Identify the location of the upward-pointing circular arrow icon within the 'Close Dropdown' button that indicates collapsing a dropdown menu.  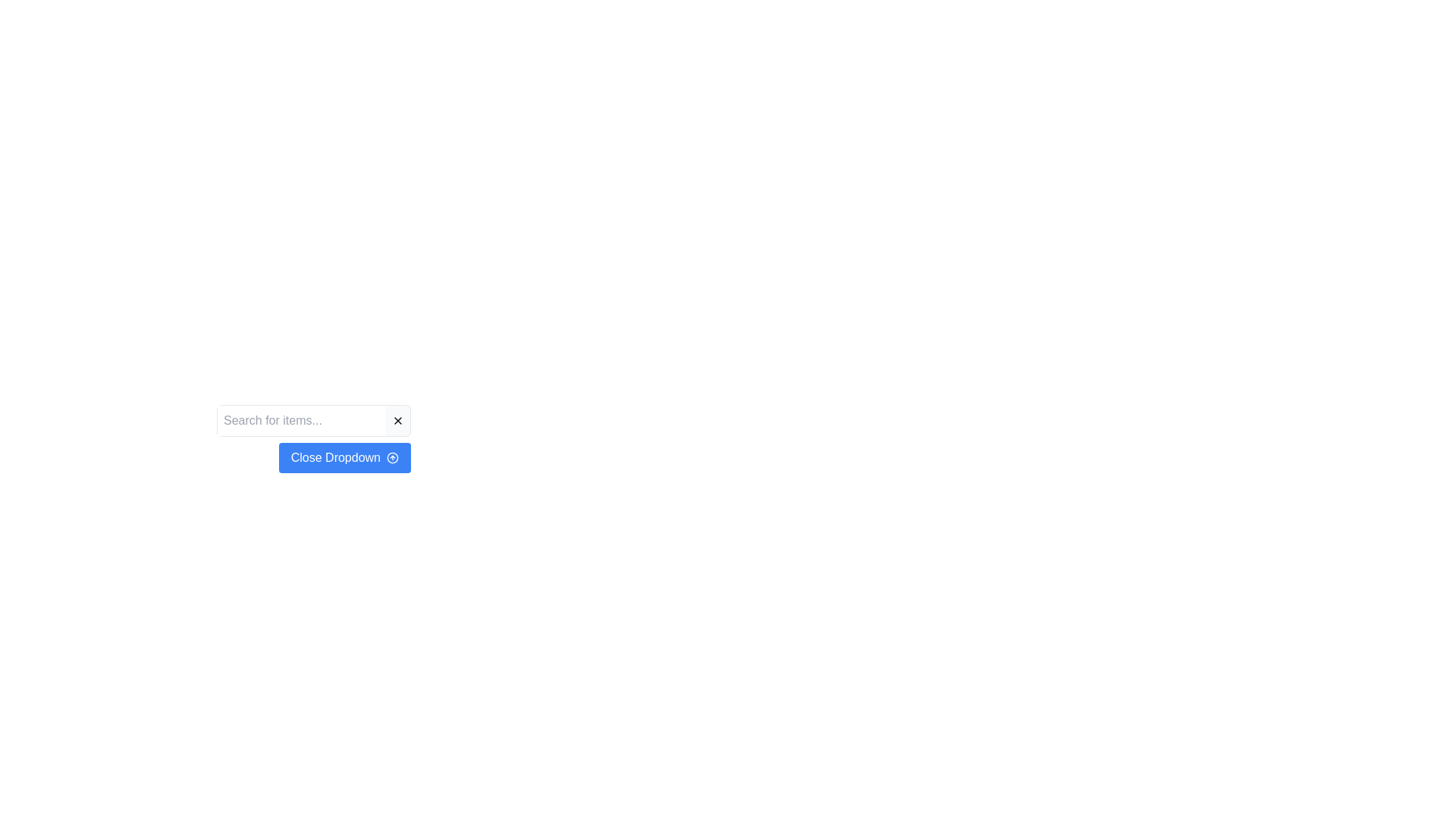
(393, 457).